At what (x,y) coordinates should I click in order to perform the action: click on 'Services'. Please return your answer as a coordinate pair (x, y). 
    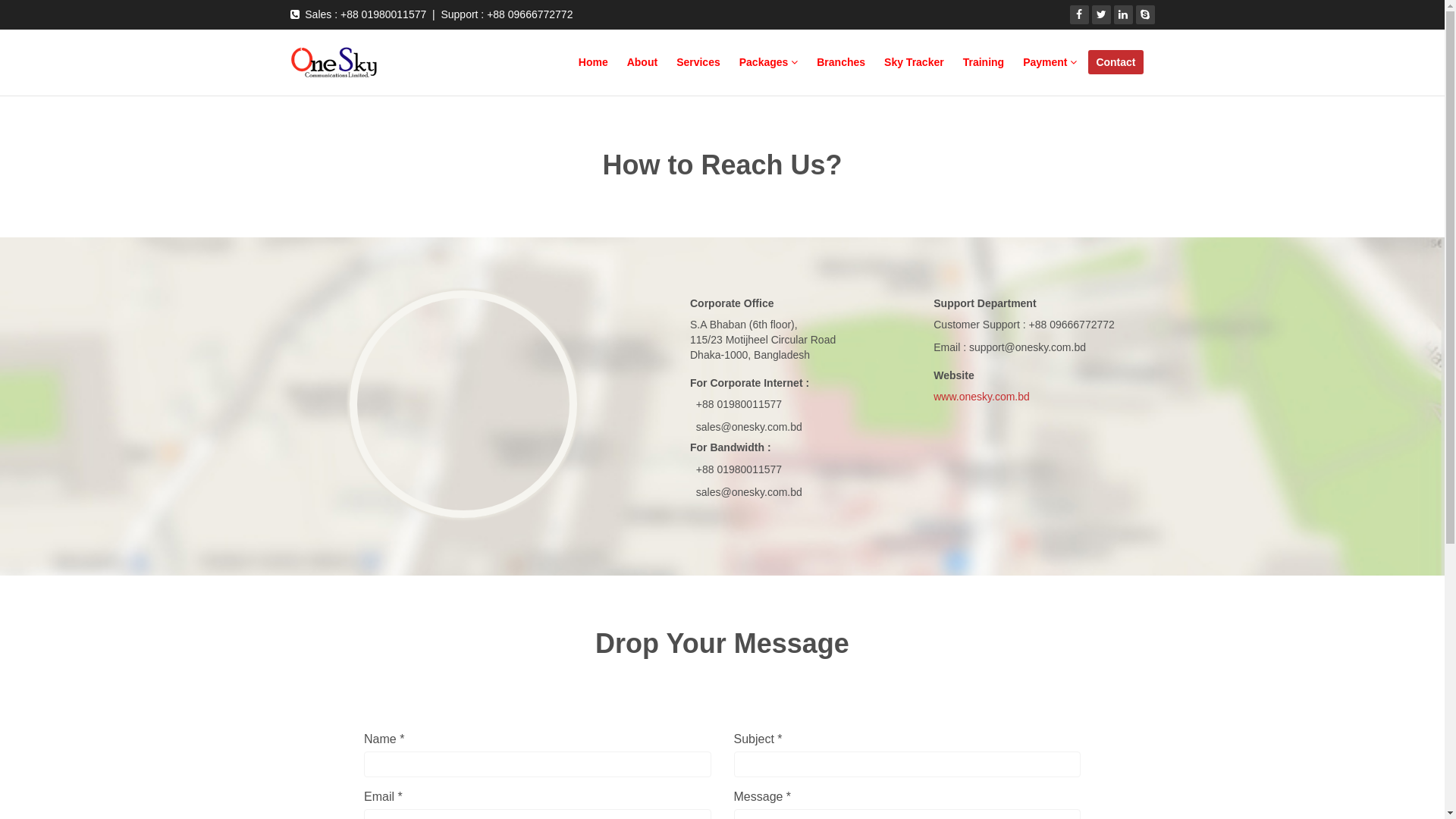
    Looking at the image, I should click on (668, 61).